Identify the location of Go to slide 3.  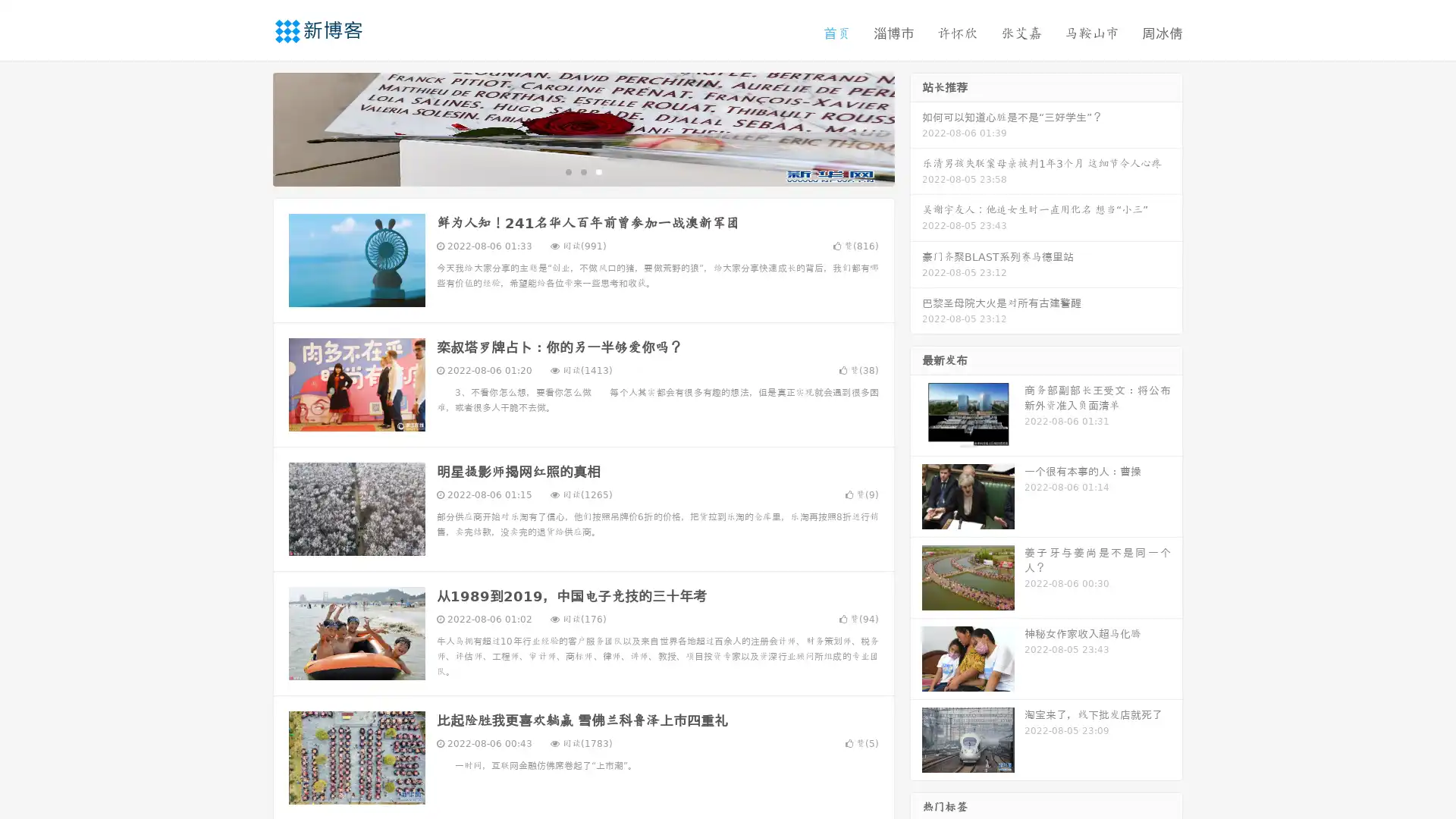
(598, 171).